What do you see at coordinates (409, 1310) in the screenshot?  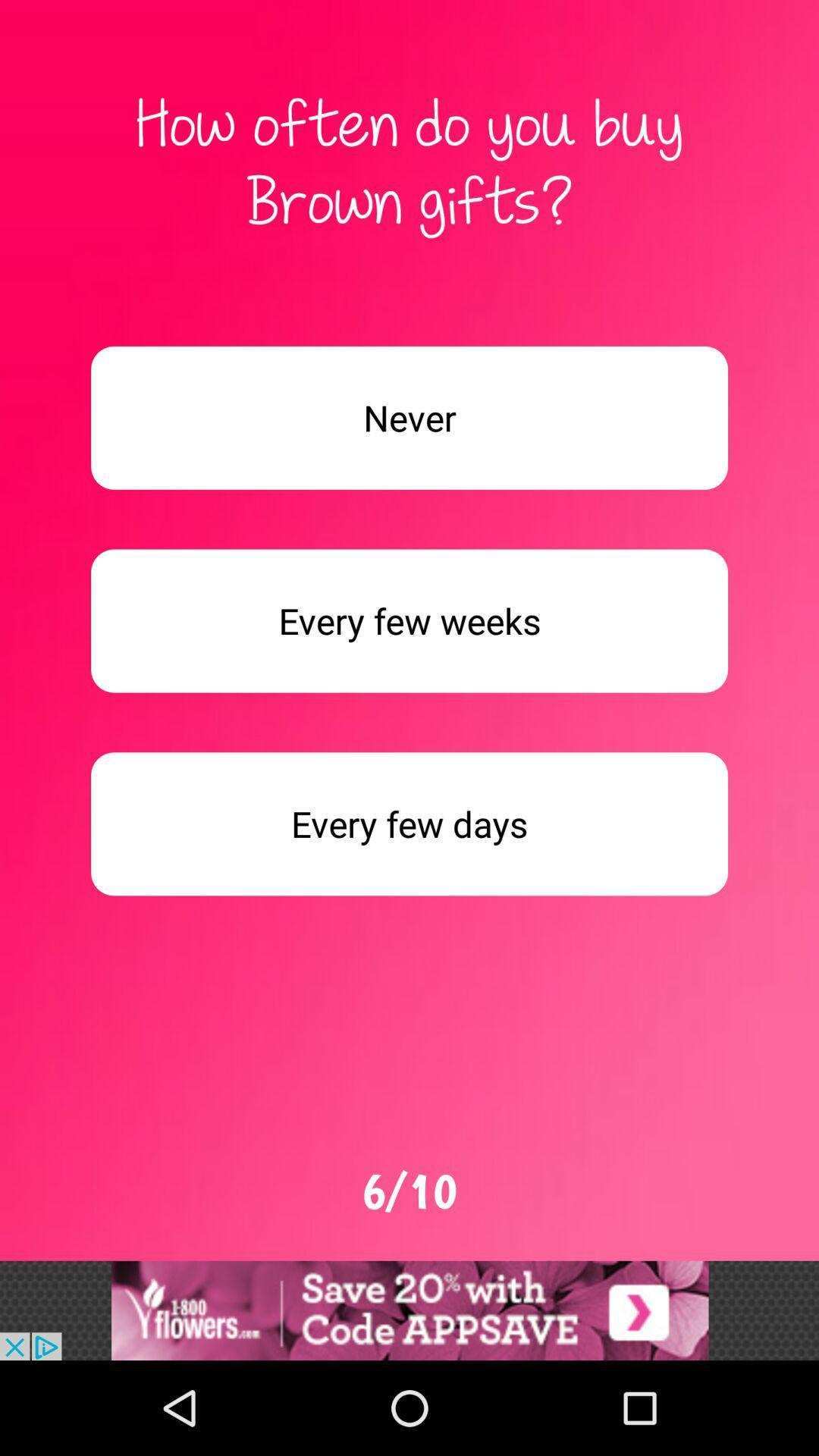 I see `choose the selection` at bounding box center [409, 1310].